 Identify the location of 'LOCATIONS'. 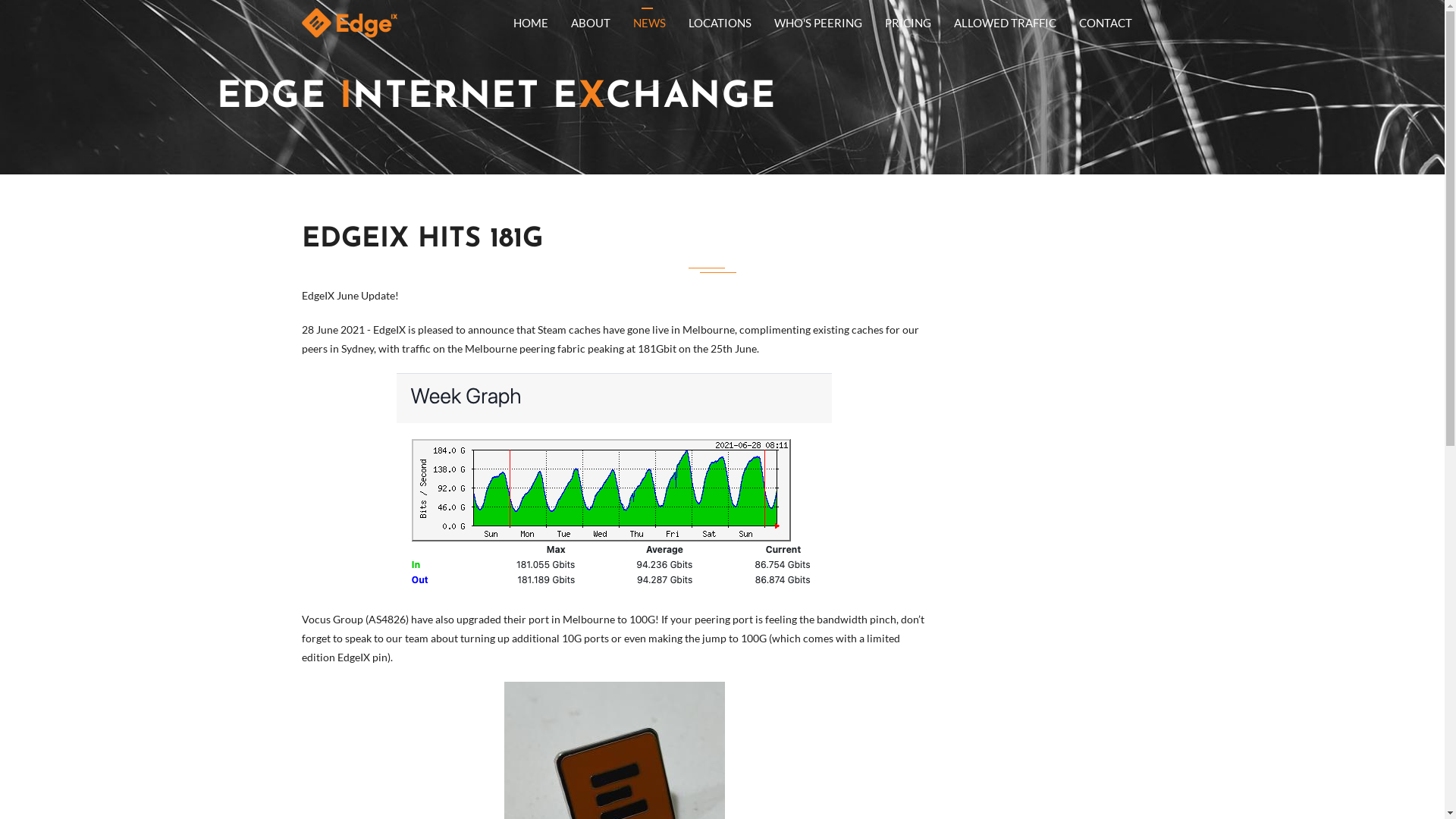
(718, 23).